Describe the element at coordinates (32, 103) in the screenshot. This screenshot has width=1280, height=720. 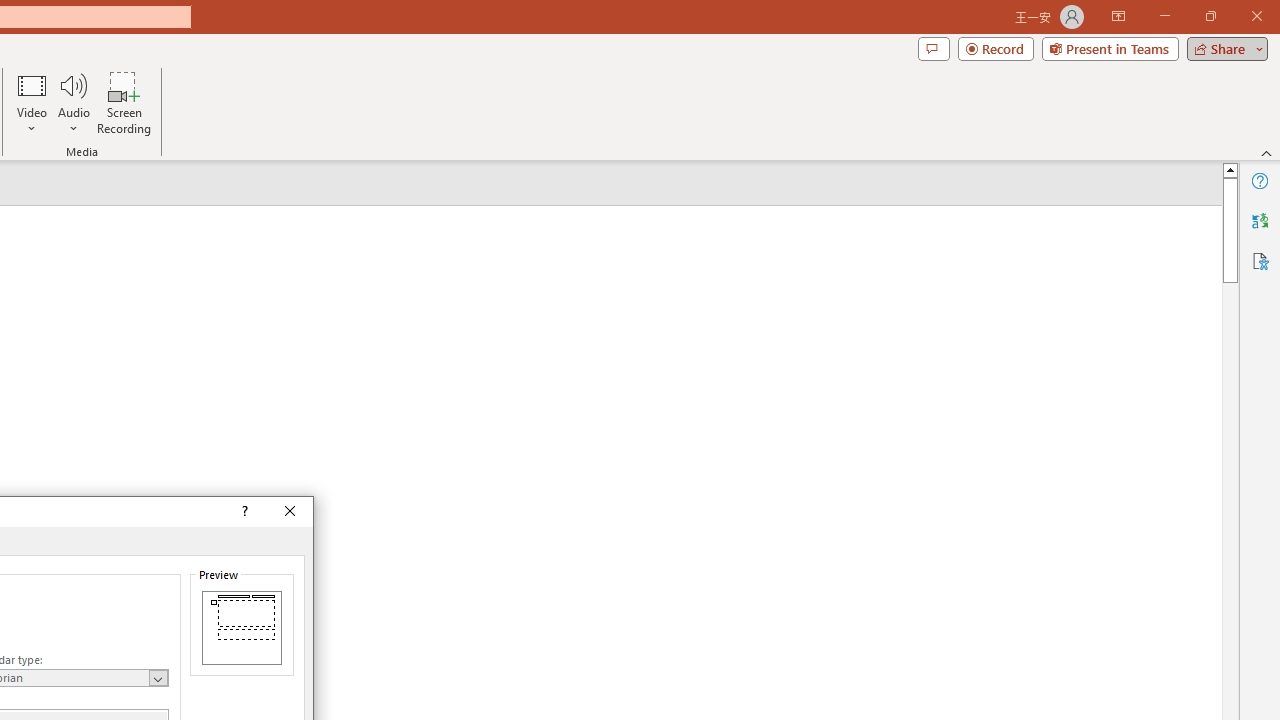
I see `'Video'` at that location.